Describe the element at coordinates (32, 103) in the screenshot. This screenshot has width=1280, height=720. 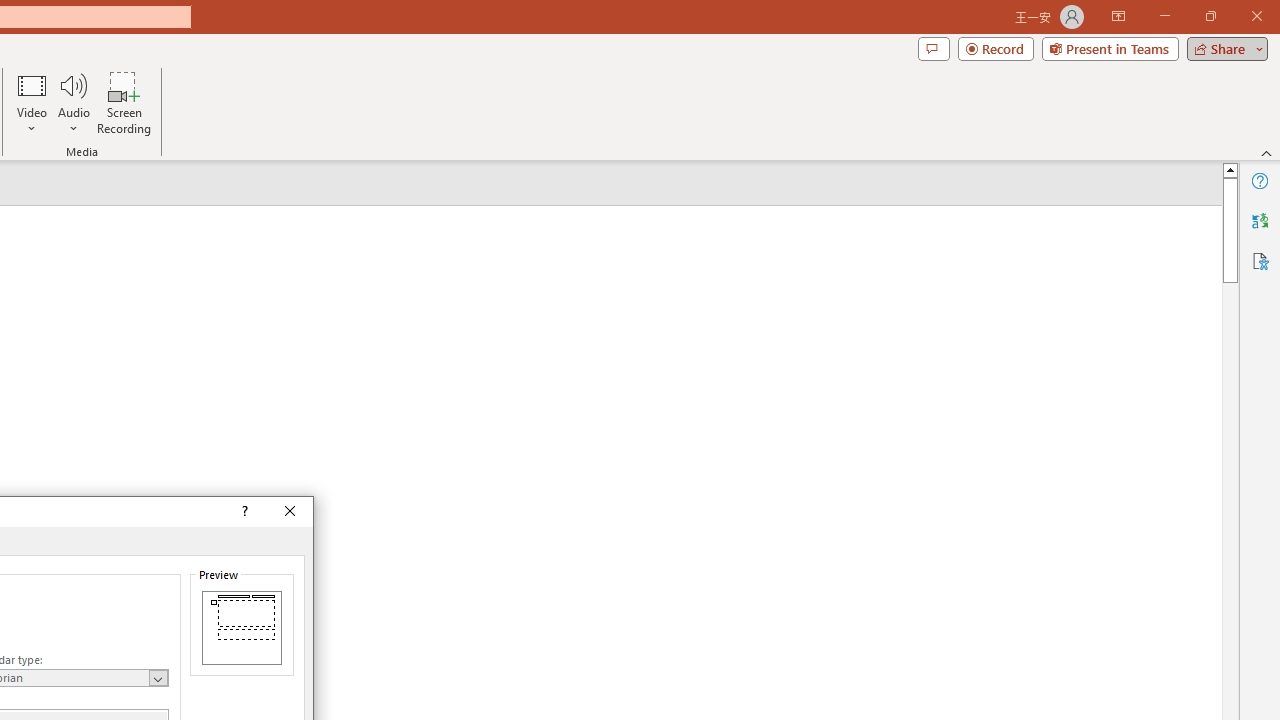
I see `'Video'` at that location.